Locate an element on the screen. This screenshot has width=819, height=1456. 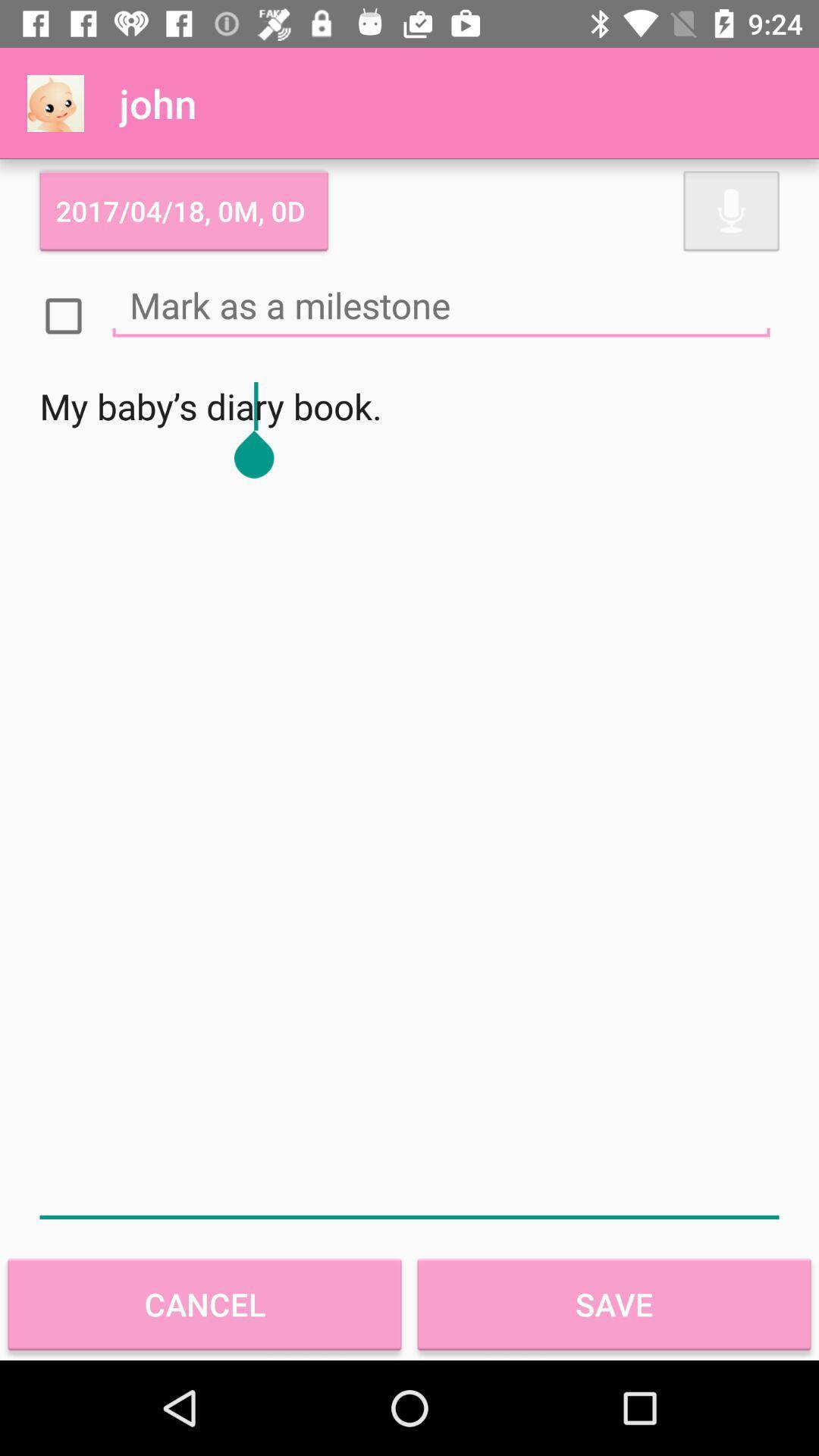
2017 04 18 icon is located at coordinates (183, 210).